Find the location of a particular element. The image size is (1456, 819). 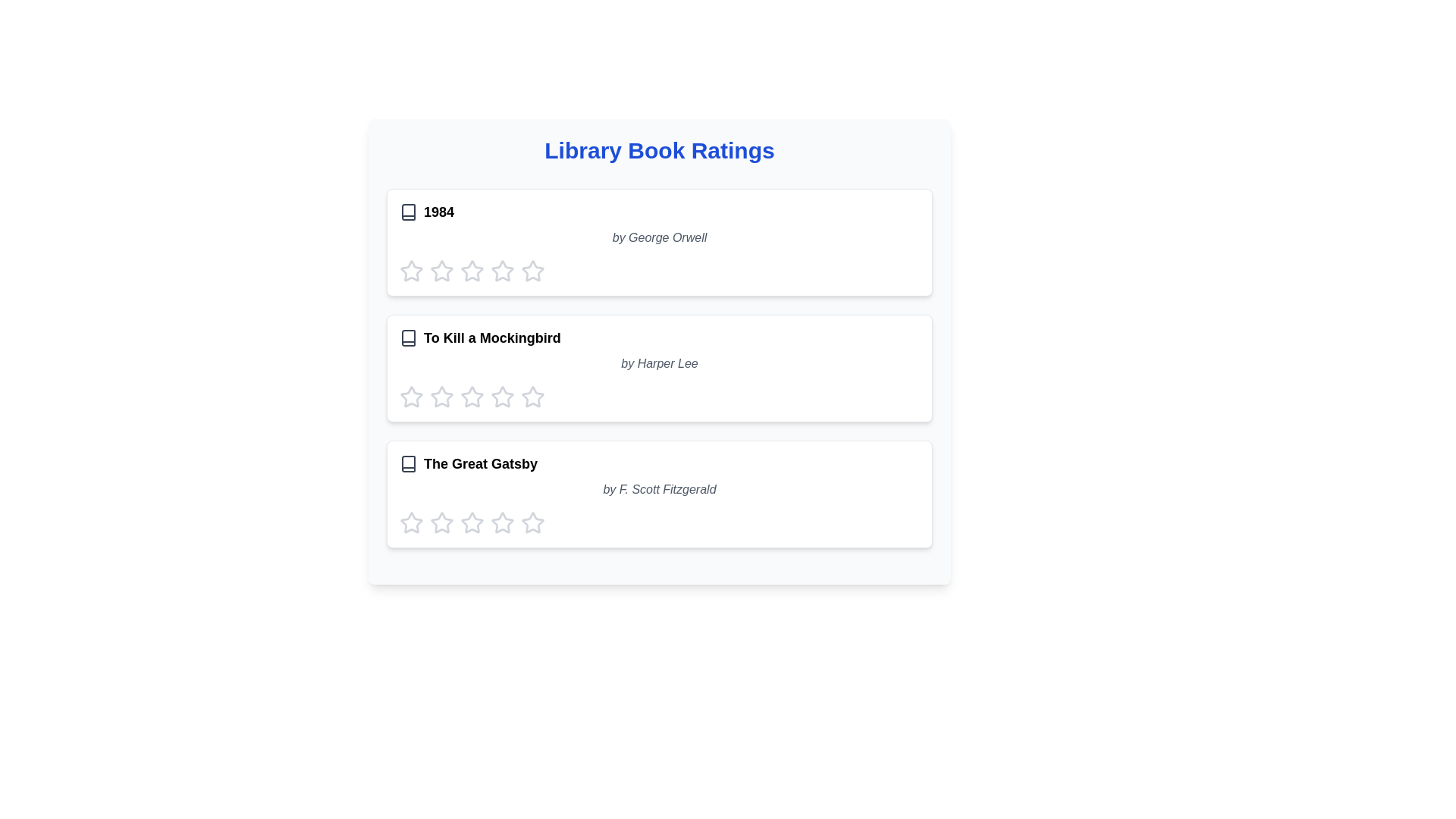

the third star in the star rating system is located at coordinates (502, 270).